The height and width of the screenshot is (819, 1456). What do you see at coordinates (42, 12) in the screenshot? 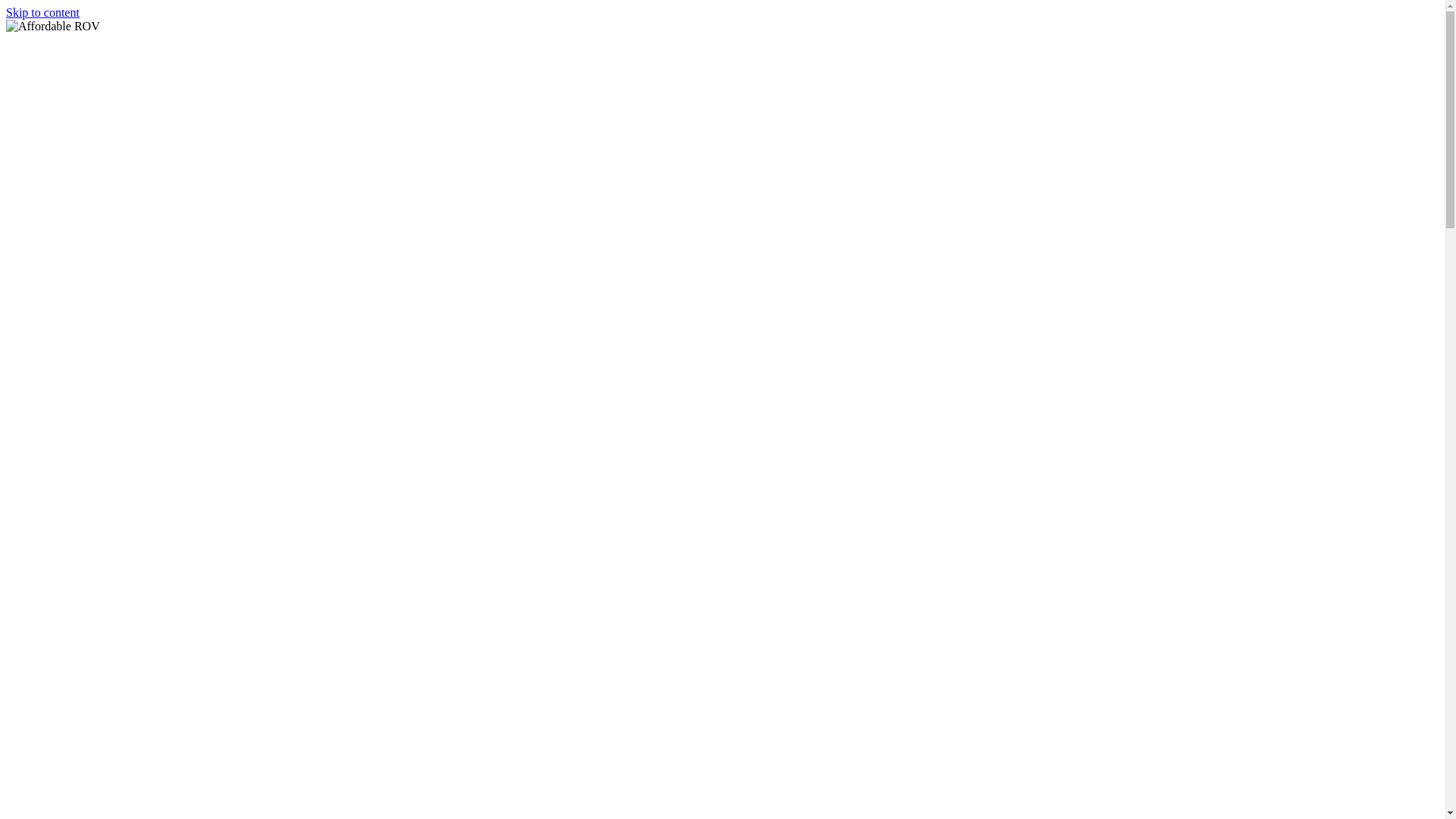
I see `'Skip to content'` at bounding box center [42, 12].